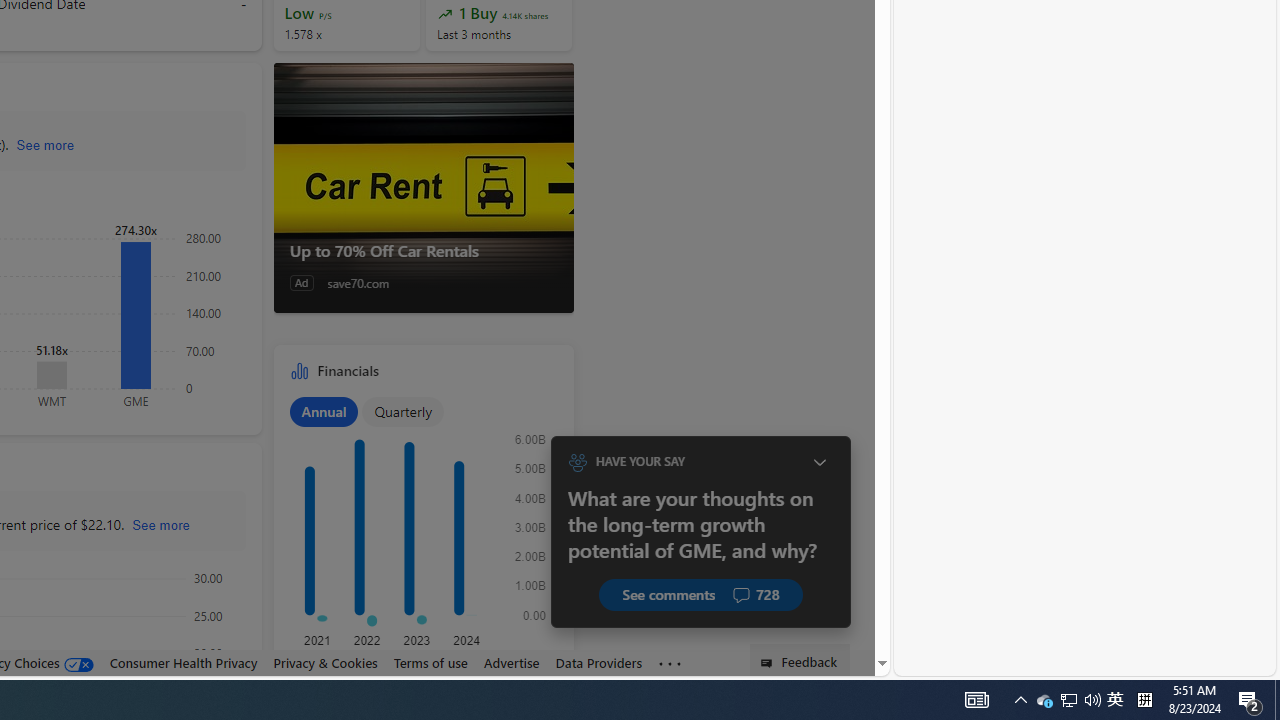  Describe the element at coordinates (670, 663) in the screenshot. I see `'Class: oneFooter_seeMore-DS-EntryPoint1-1'` at that location.